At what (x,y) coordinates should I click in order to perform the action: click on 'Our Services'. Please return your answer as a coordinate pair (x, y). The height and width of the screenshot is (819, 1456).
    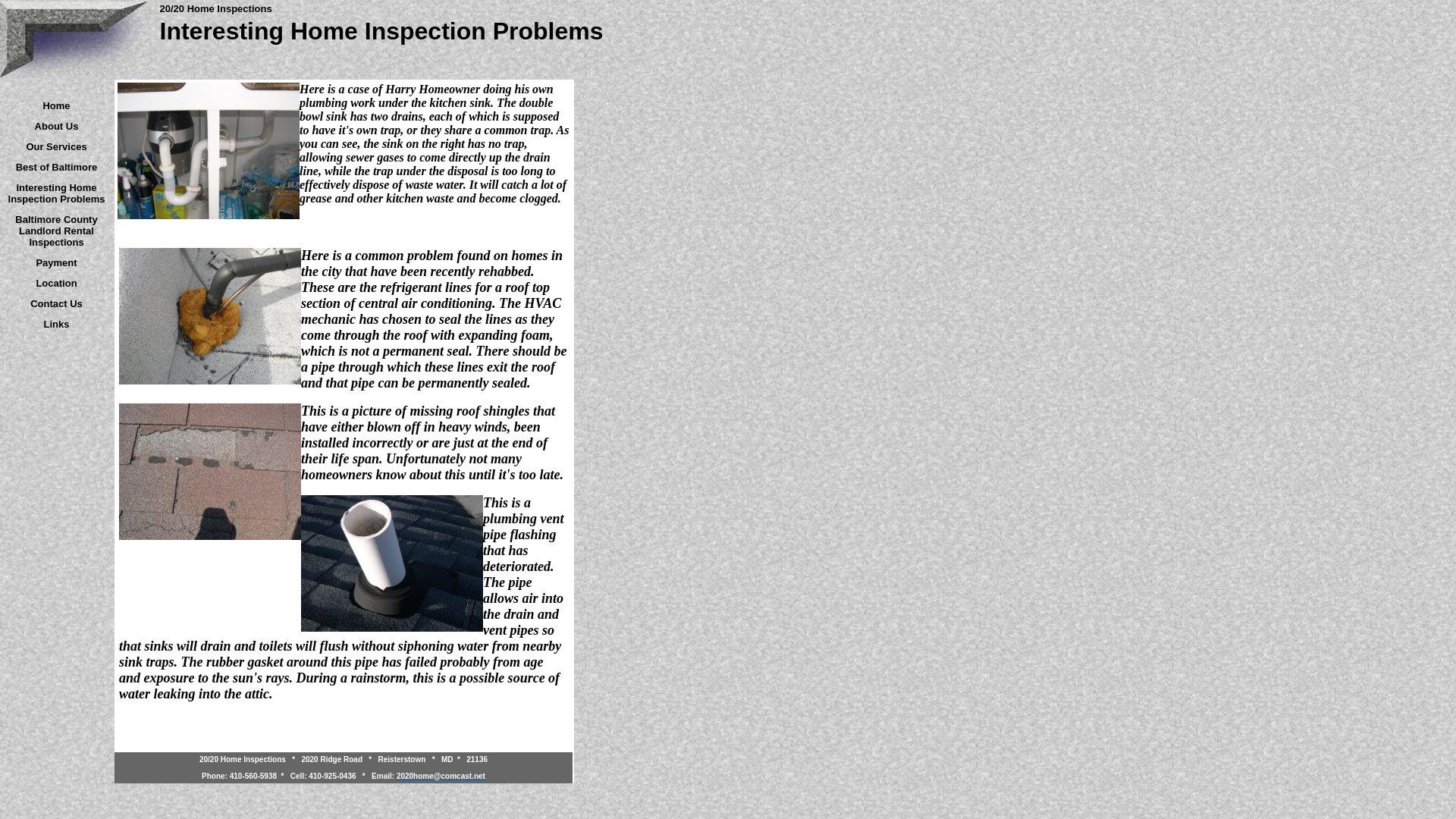
    Looking at the image, I should click on (55, 146).